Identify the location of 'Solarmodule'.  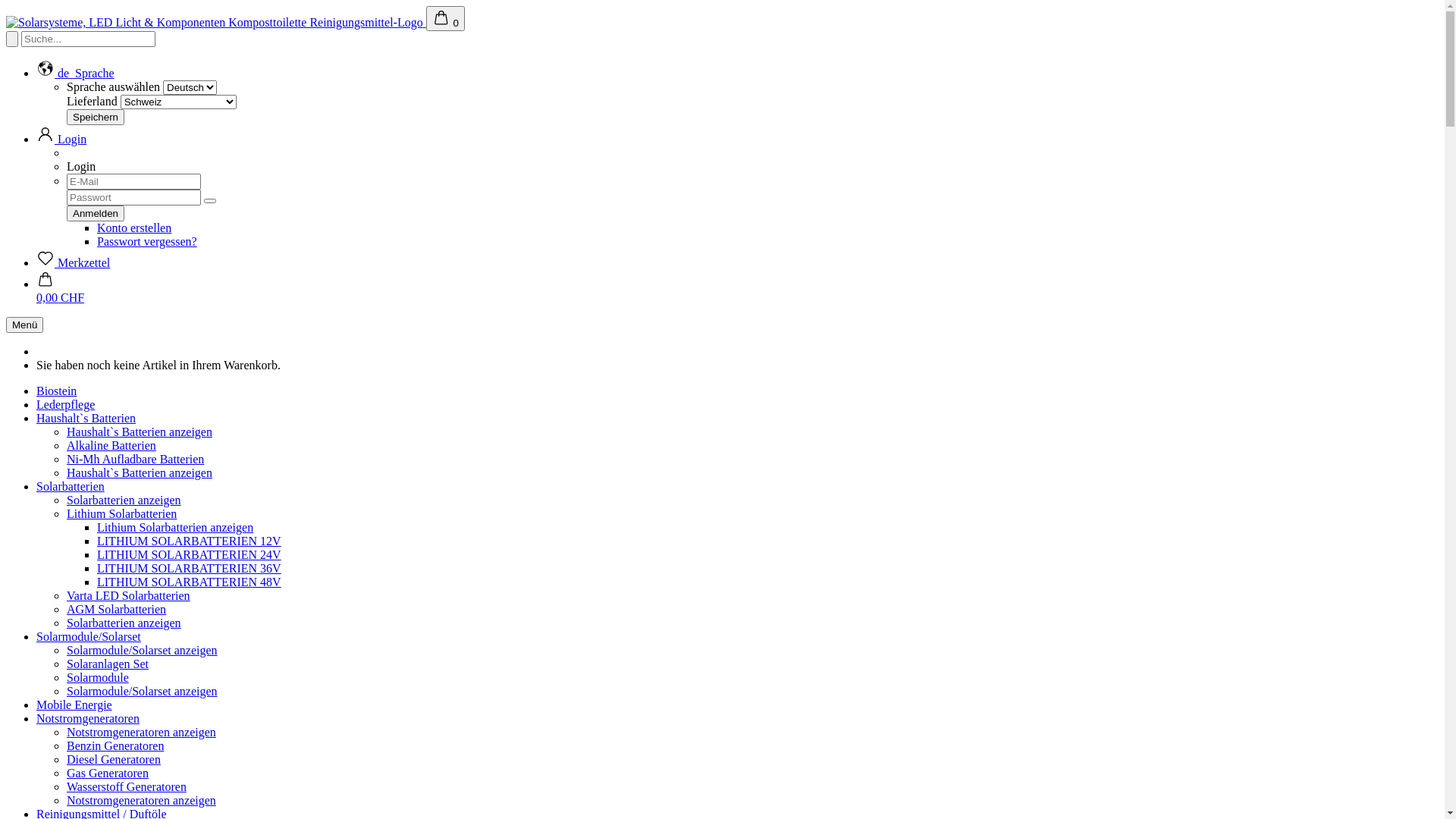
(97, 676).